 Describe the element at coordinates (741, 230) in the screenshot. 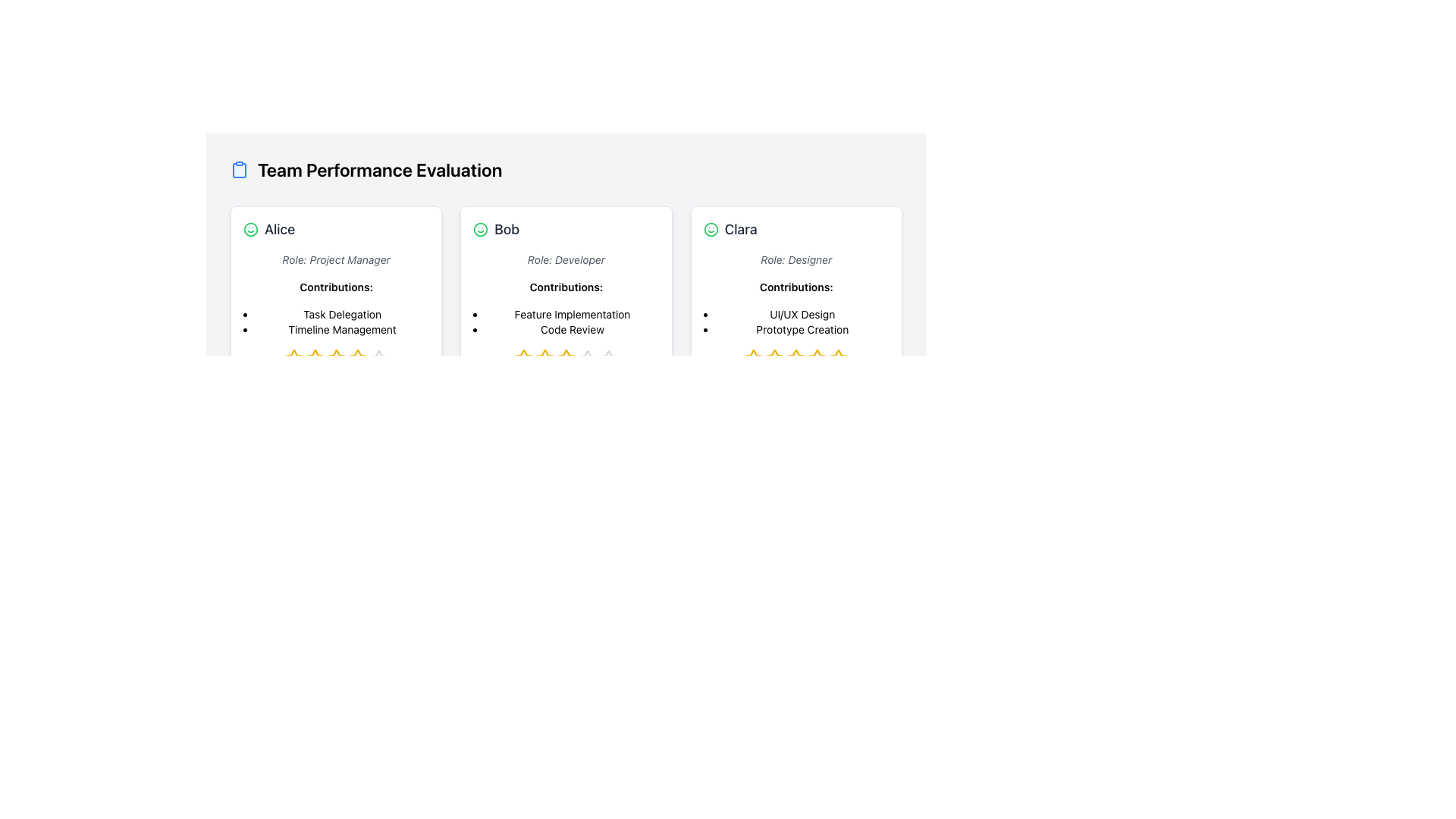

I see `the text label representing the name 'Clara' which is the identifier for the third card from the left in a row of three cards` at that location.